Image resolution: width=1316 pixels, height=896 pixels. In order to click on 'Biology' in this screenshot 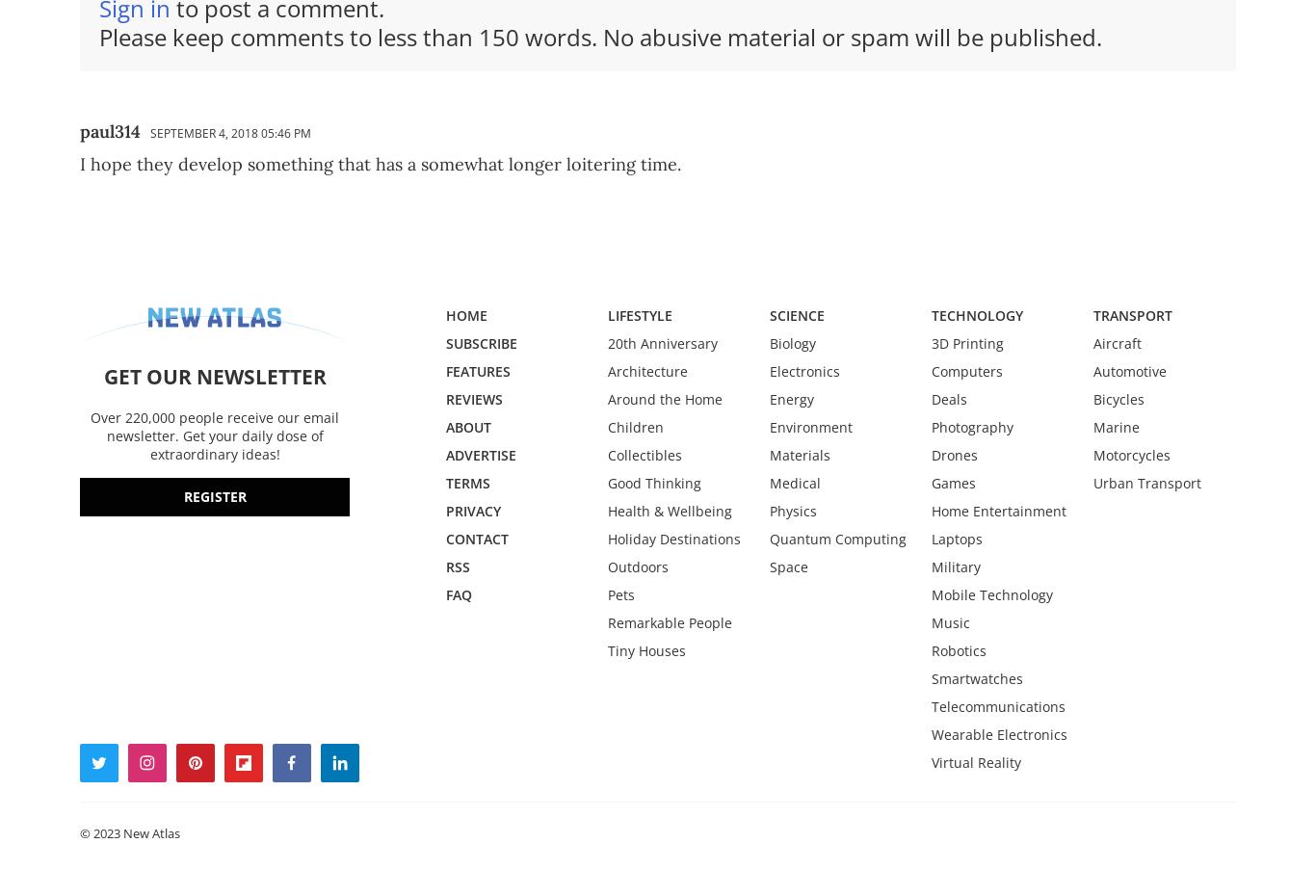, I will do `click(792, 341)`.